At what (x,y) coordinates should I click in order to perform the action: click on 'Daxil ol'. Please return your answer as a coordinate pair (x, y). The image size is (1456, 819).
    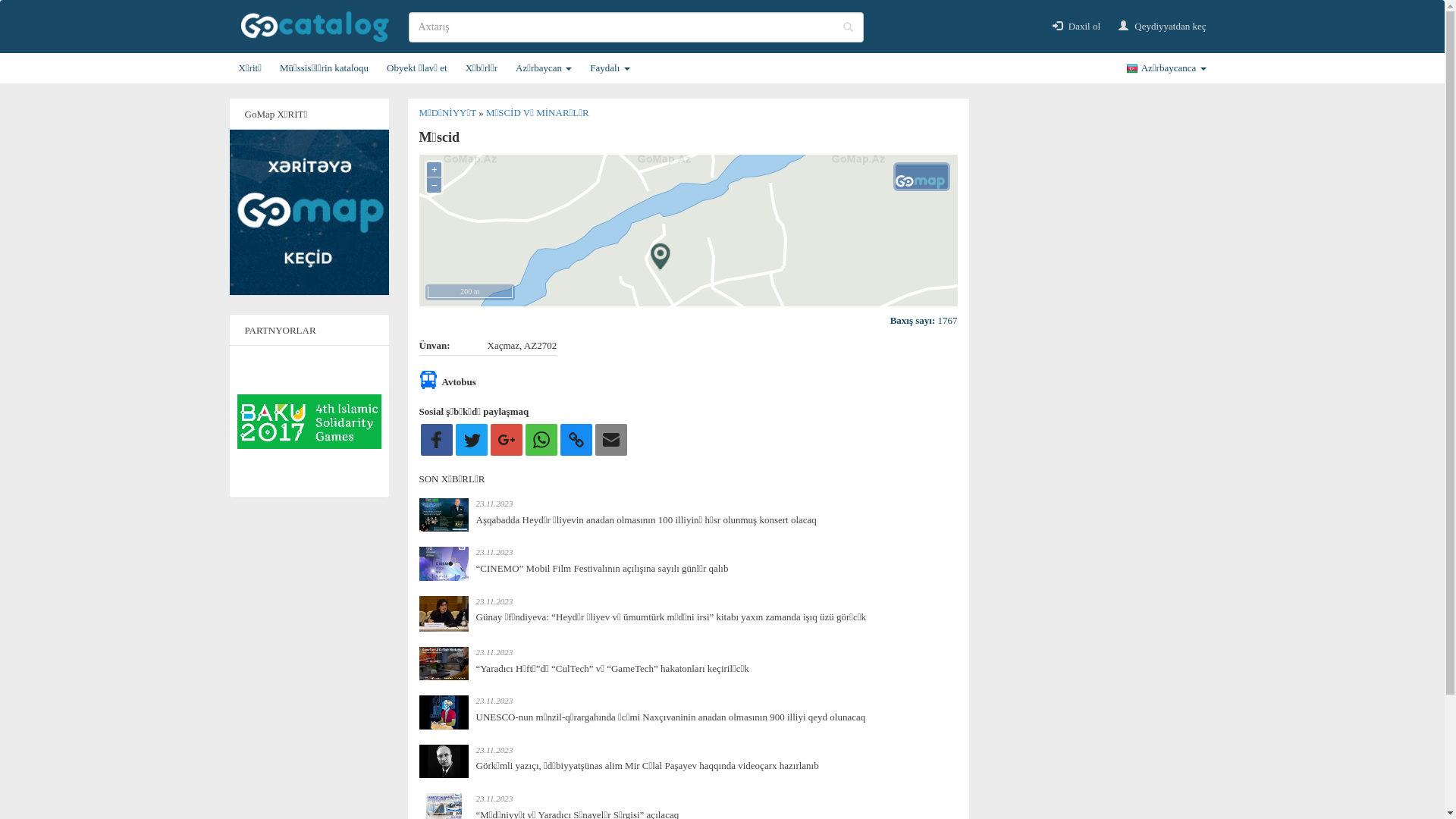
    Looking at the image, I should click on (1076, 26).